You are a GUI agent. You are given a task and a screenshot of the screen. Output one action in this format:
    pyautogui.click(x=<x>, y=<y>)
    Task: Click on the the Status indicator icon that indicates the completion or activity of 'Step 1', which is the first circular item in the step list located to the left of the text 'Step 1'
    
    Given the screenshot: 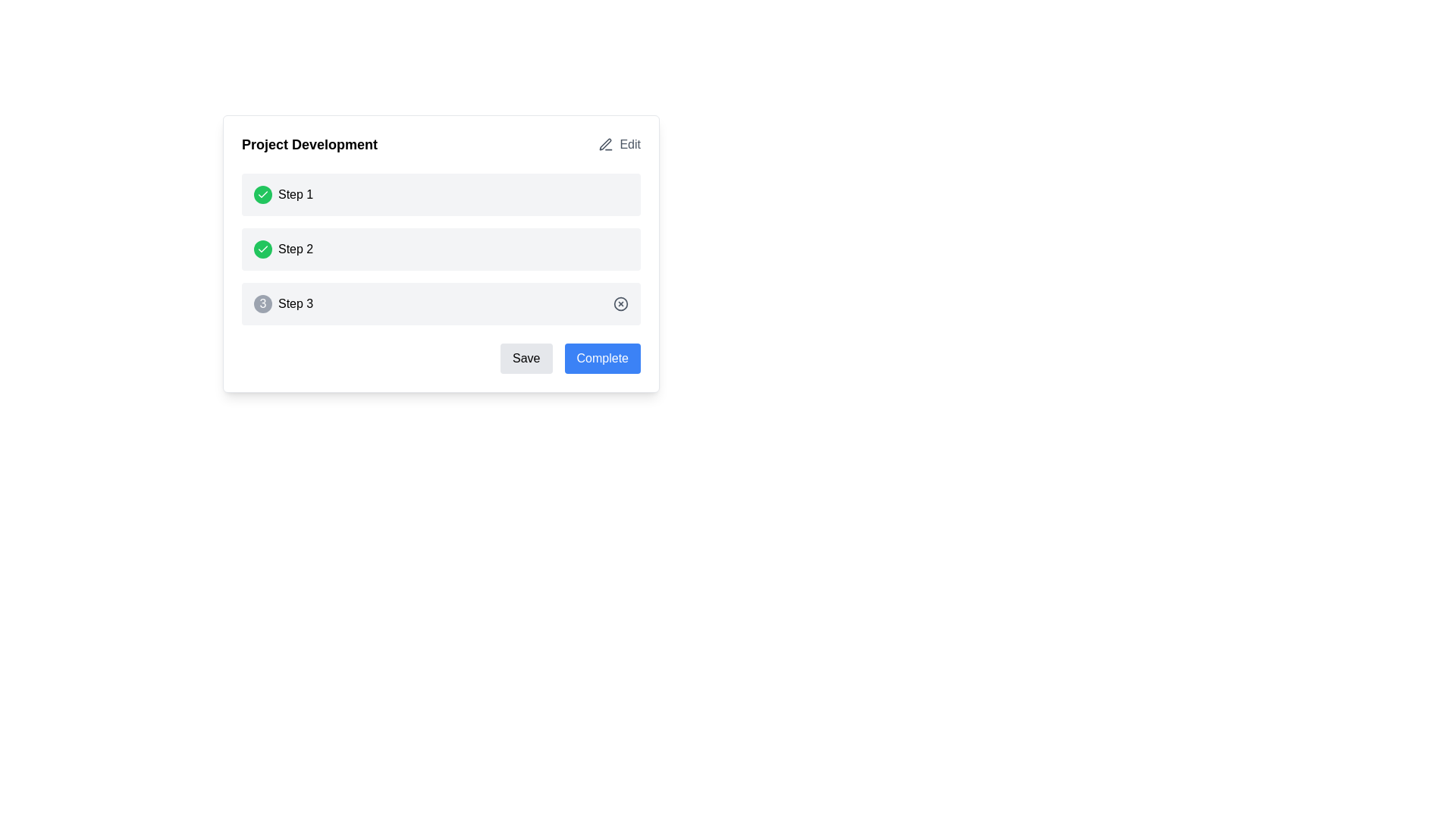 What is the action you would take?
    pyautogui.click(x=262, y=194)
    